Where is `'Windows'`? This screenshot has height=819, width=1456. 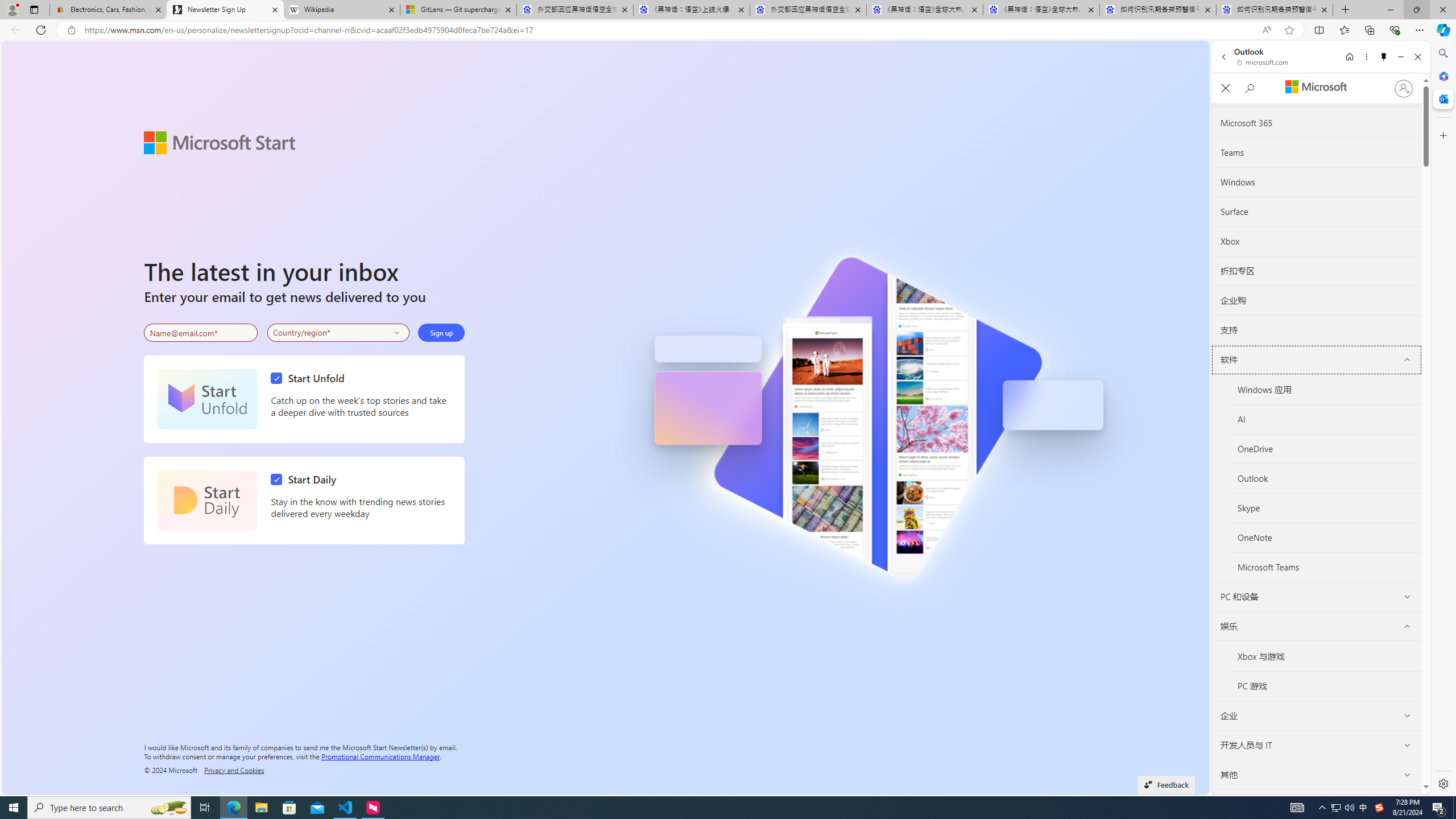 'Windows' is located at coordinates (1317, 183).